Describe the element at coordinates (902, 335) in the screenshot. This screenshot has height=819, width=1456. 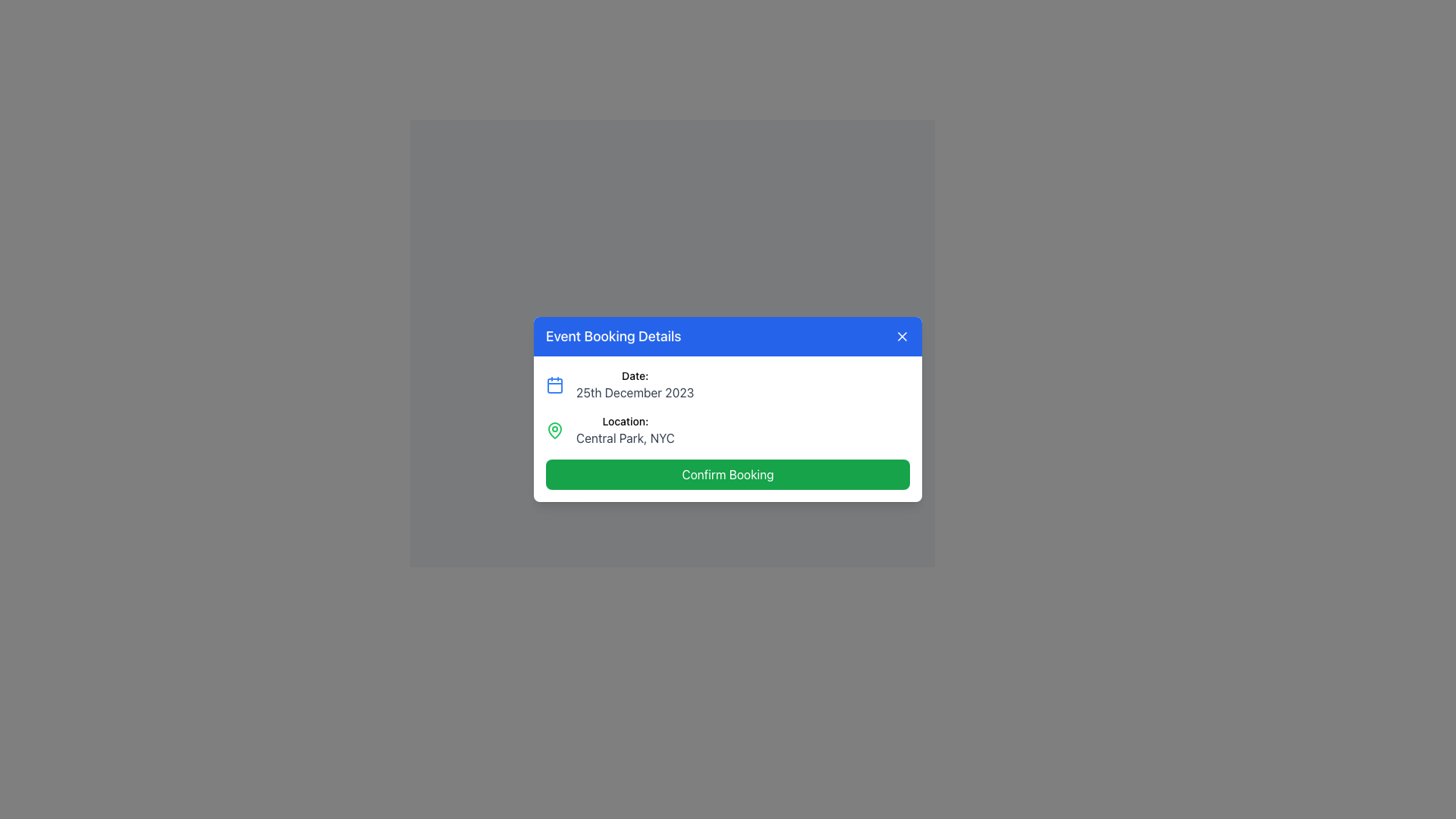
I see `the close button located in the top-right corner of the blue header area titled 'Event Booking Details'` at that location.